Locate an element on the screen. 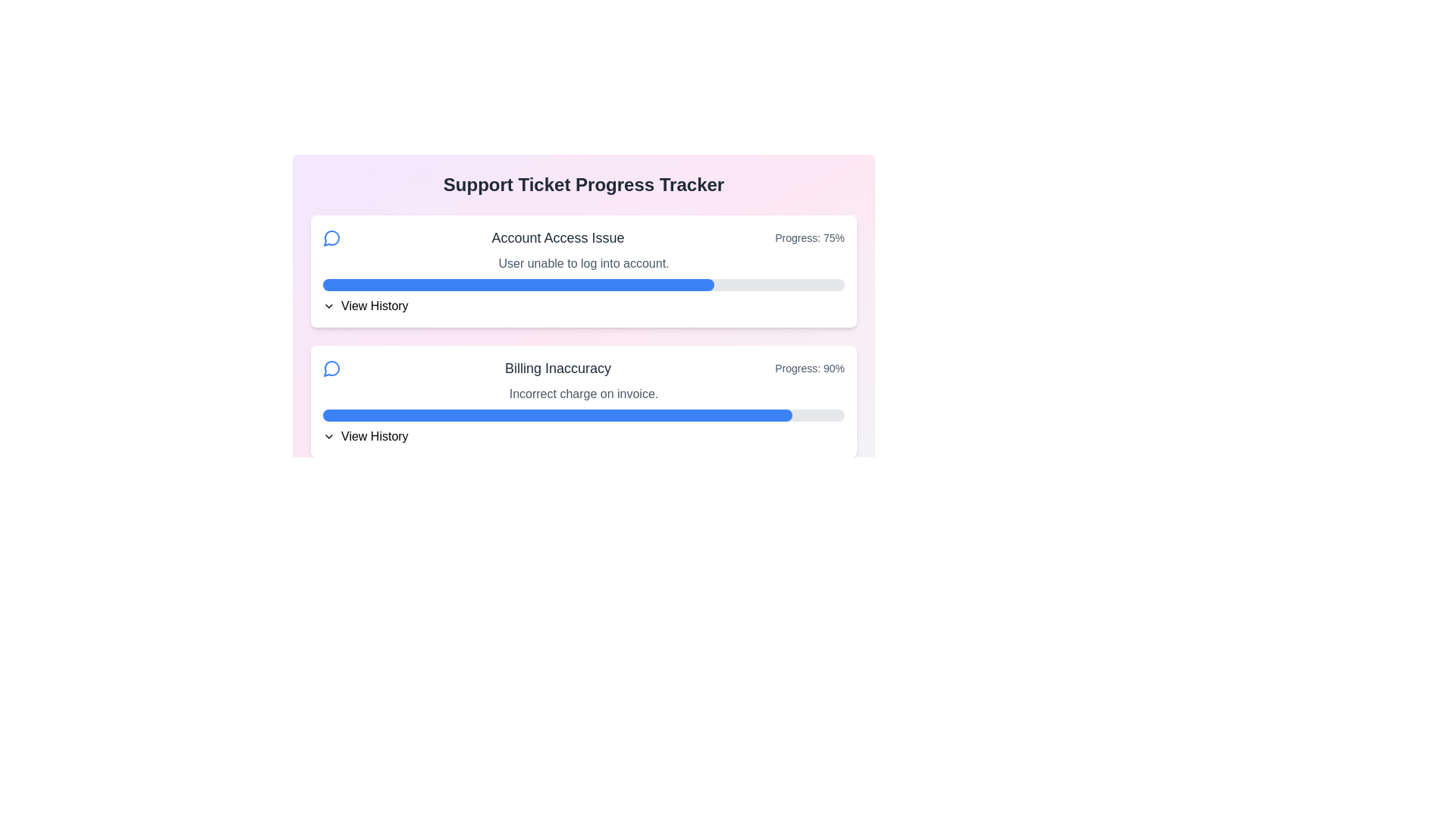 The height and width of the screenshot is (819, 1456). the text label that provides a brief description of the issue being tracked, located in the second card under the 'Billing Inaccuracy' section, positioned between the progress summary and the progress bar is located at coordinates (582, 394).